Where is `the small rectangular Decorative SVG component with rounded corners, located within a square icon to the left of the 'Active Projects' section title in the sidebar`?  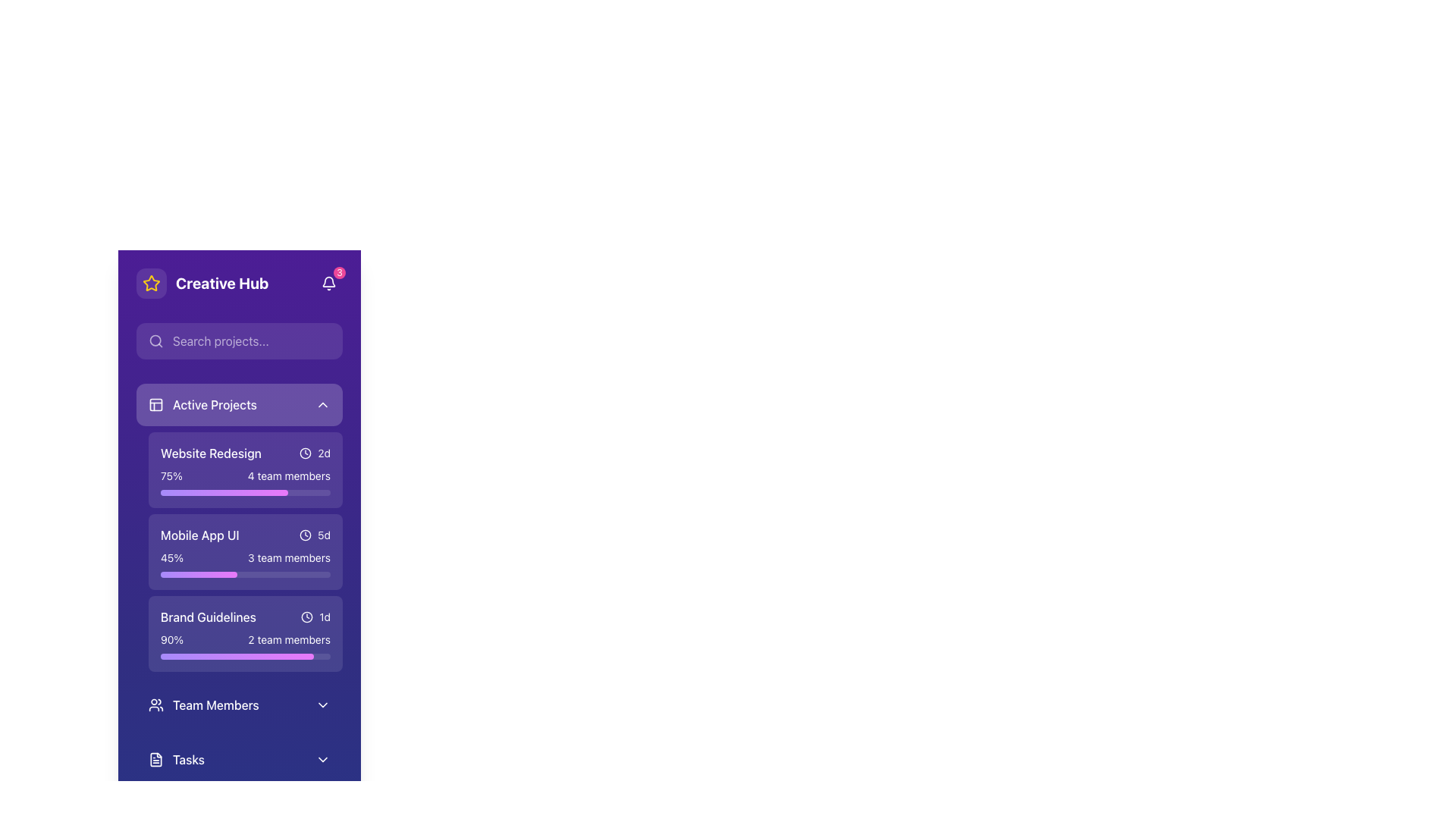 the small rectangular Decorative SVG component with rounded corners, located within a square icon to the left of the 'Active Projects' section title in the sidebar is located at coordinates (156, 403).